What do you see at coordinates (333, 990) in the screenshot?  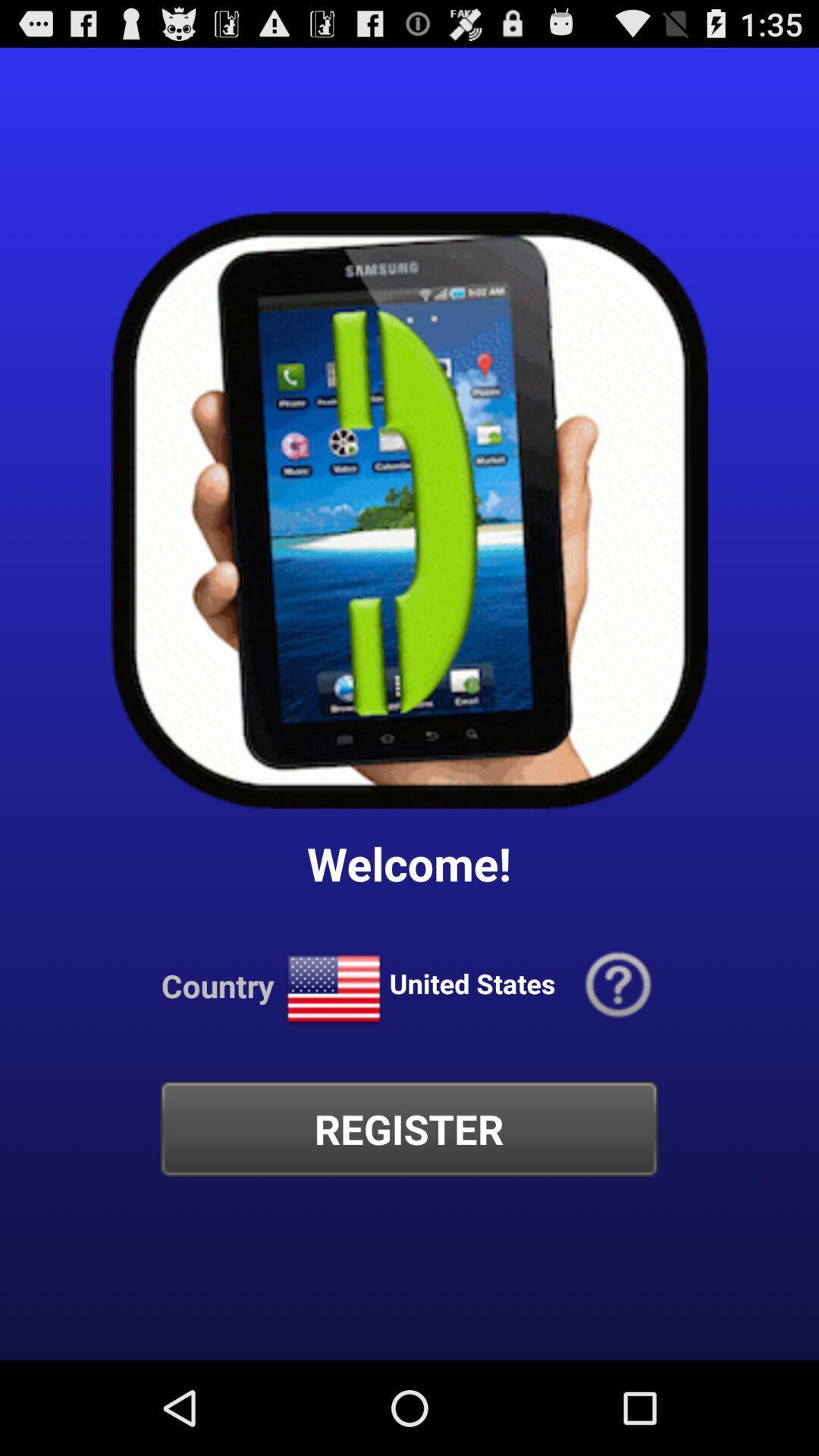 I see `button above the register icon` at bounding box center [333, 990].